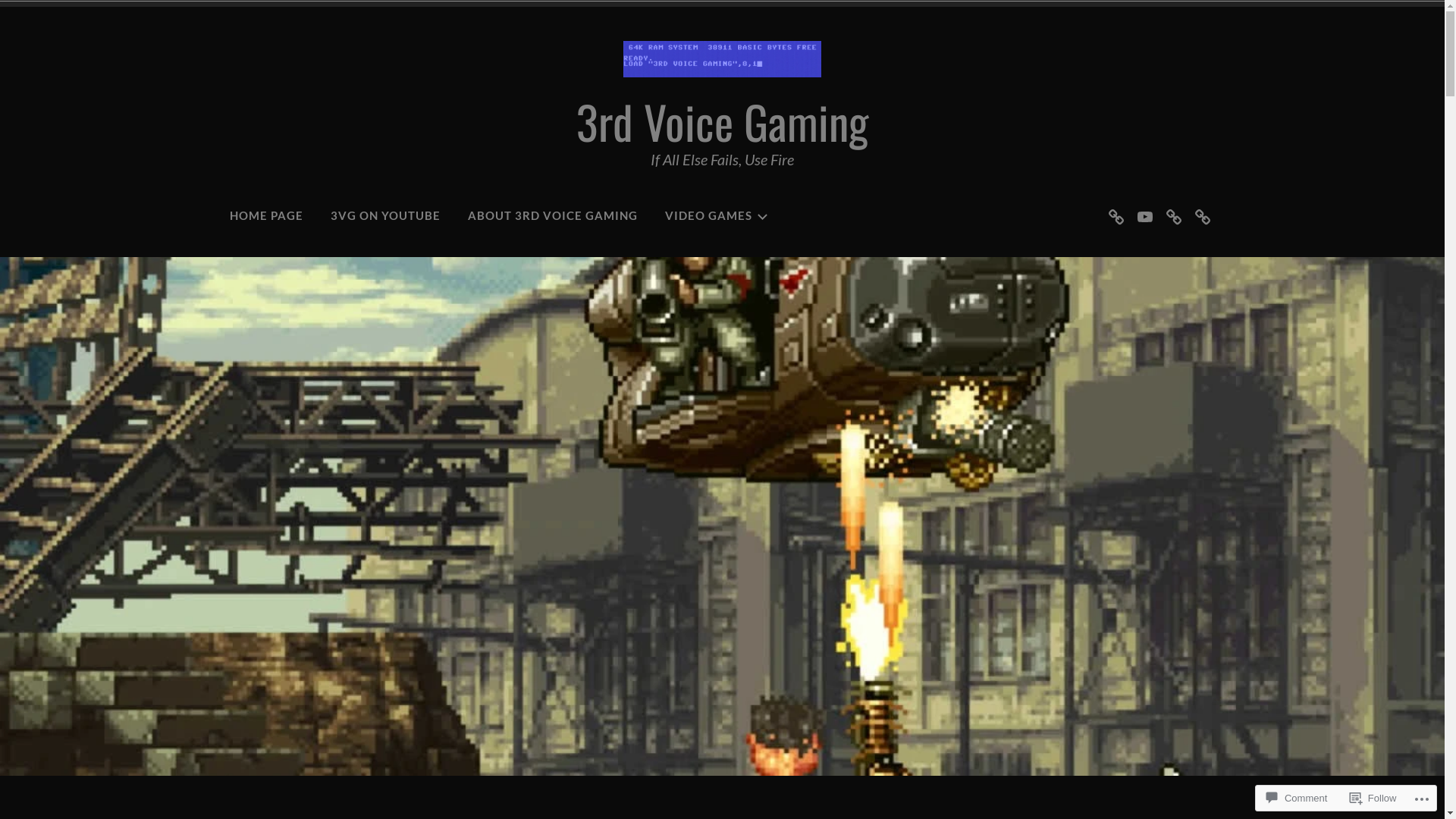  What do you see at coordinates (266, 215) in the screenshot?
I see `'HOME PAGE'` at bounding box center [266, 215].